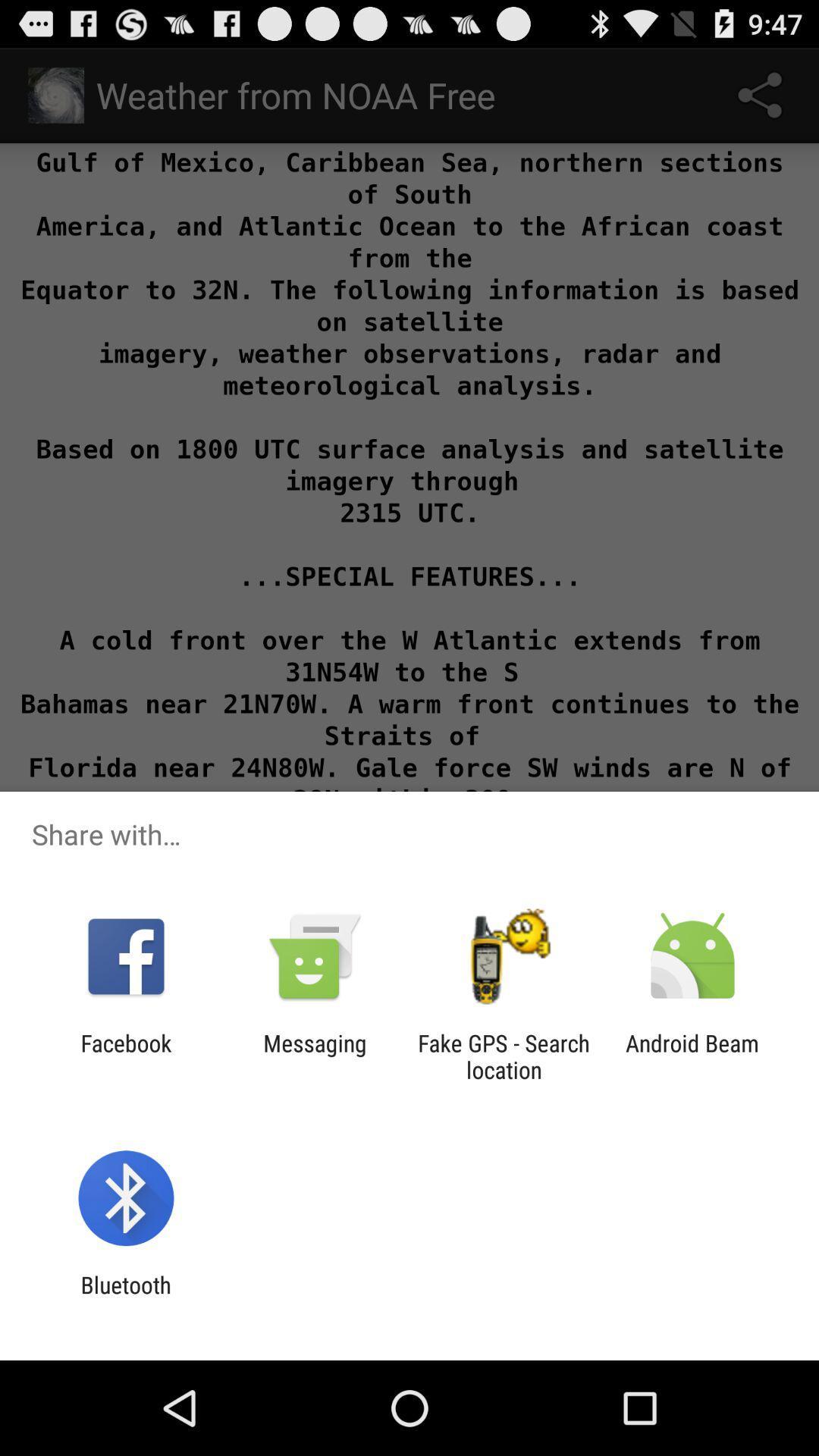  Describe the element at coordinates (314, 1056) in the screenshot. I see `the item next to the facebook icon` at that location.